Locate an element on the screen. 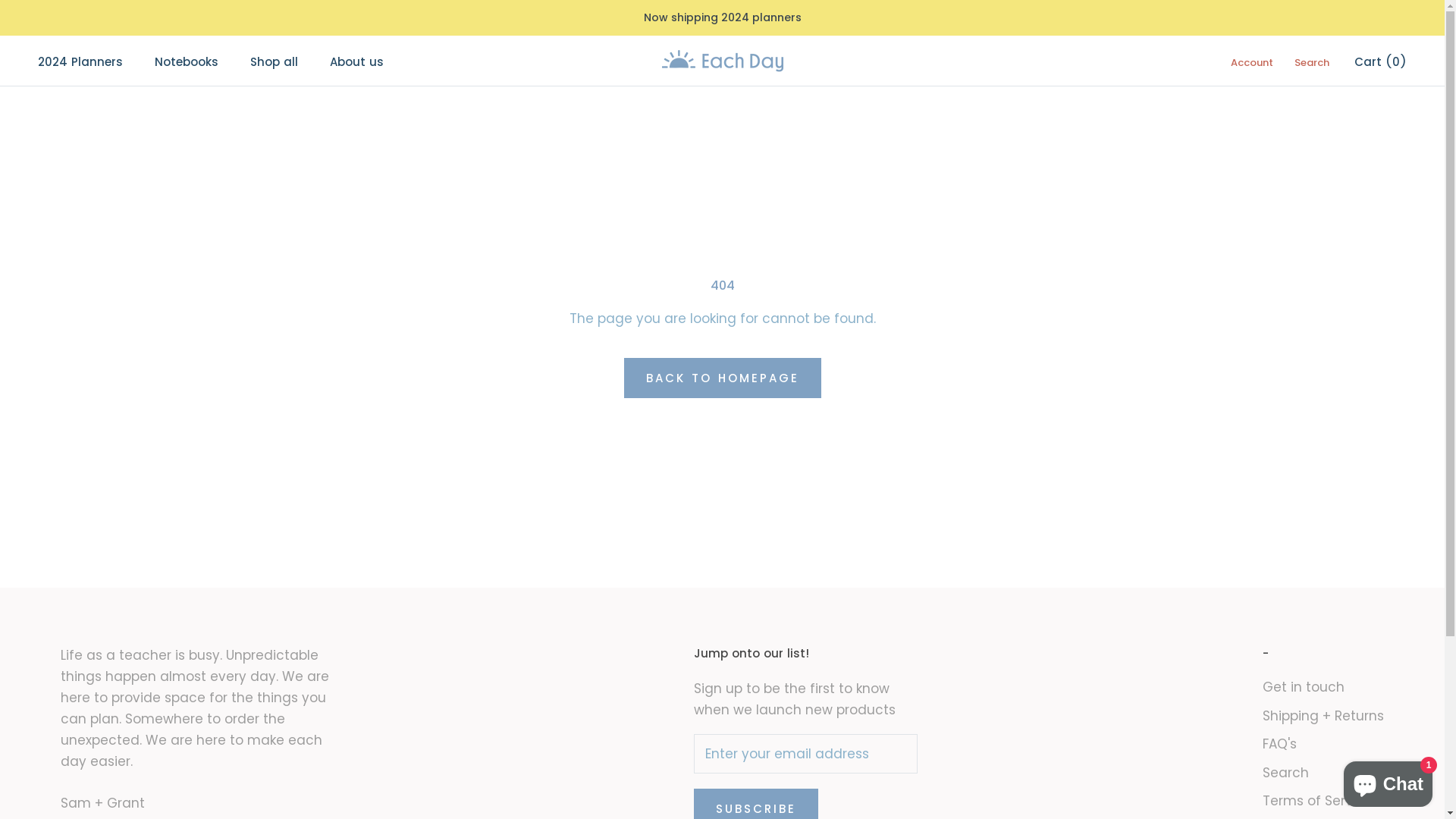 Image resolution: width=1456 pixels, height=819 pixels. 'Shopify online store chat' is located at coordinates (1388, 780).